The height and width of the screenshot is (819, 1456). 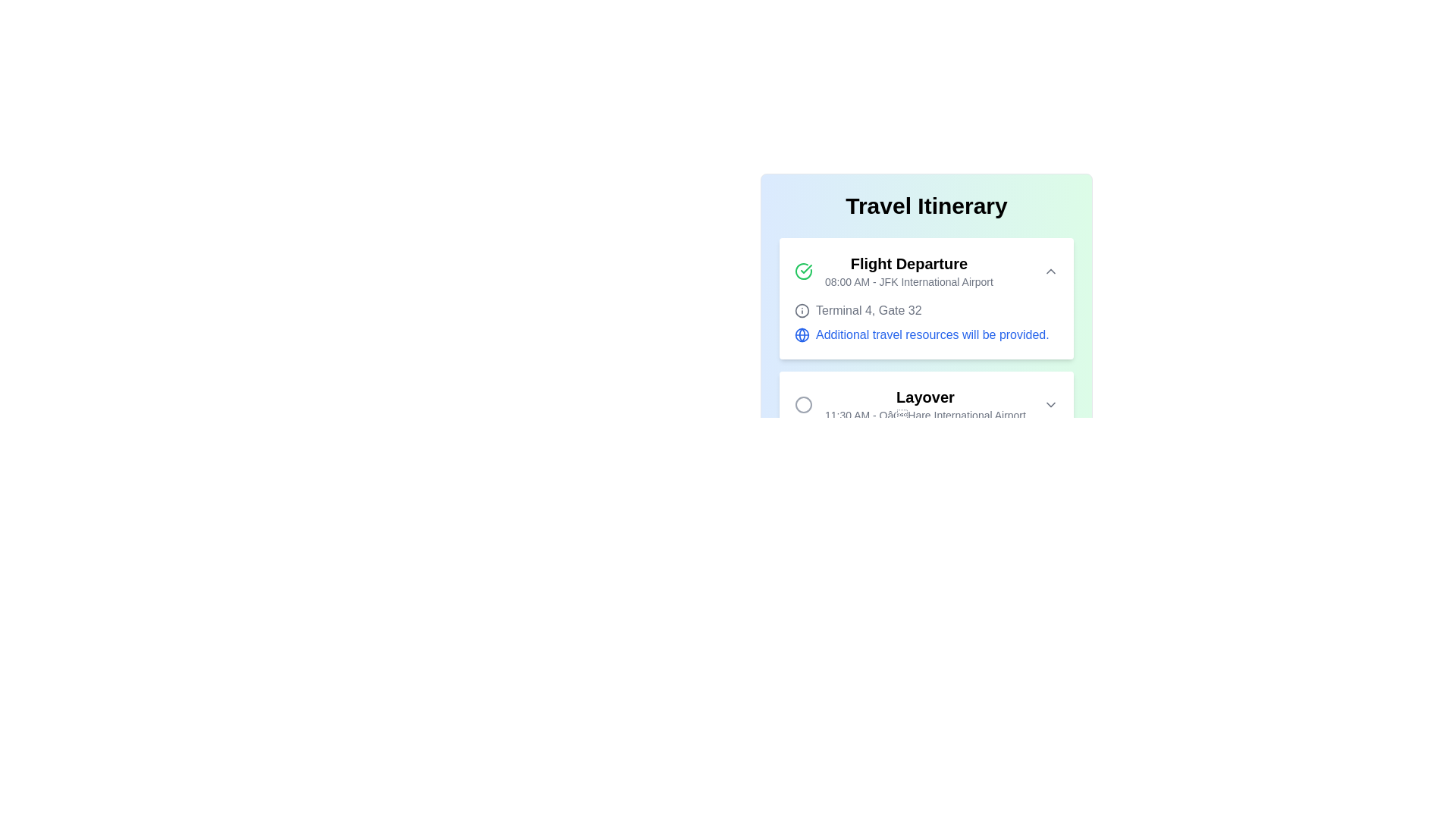 I want to click on information from the static text label that displays '11:30 AM - O’Hare International Airport', which is located below the 'Layover' label in the itinerary layout, so click(x=924, y=415).